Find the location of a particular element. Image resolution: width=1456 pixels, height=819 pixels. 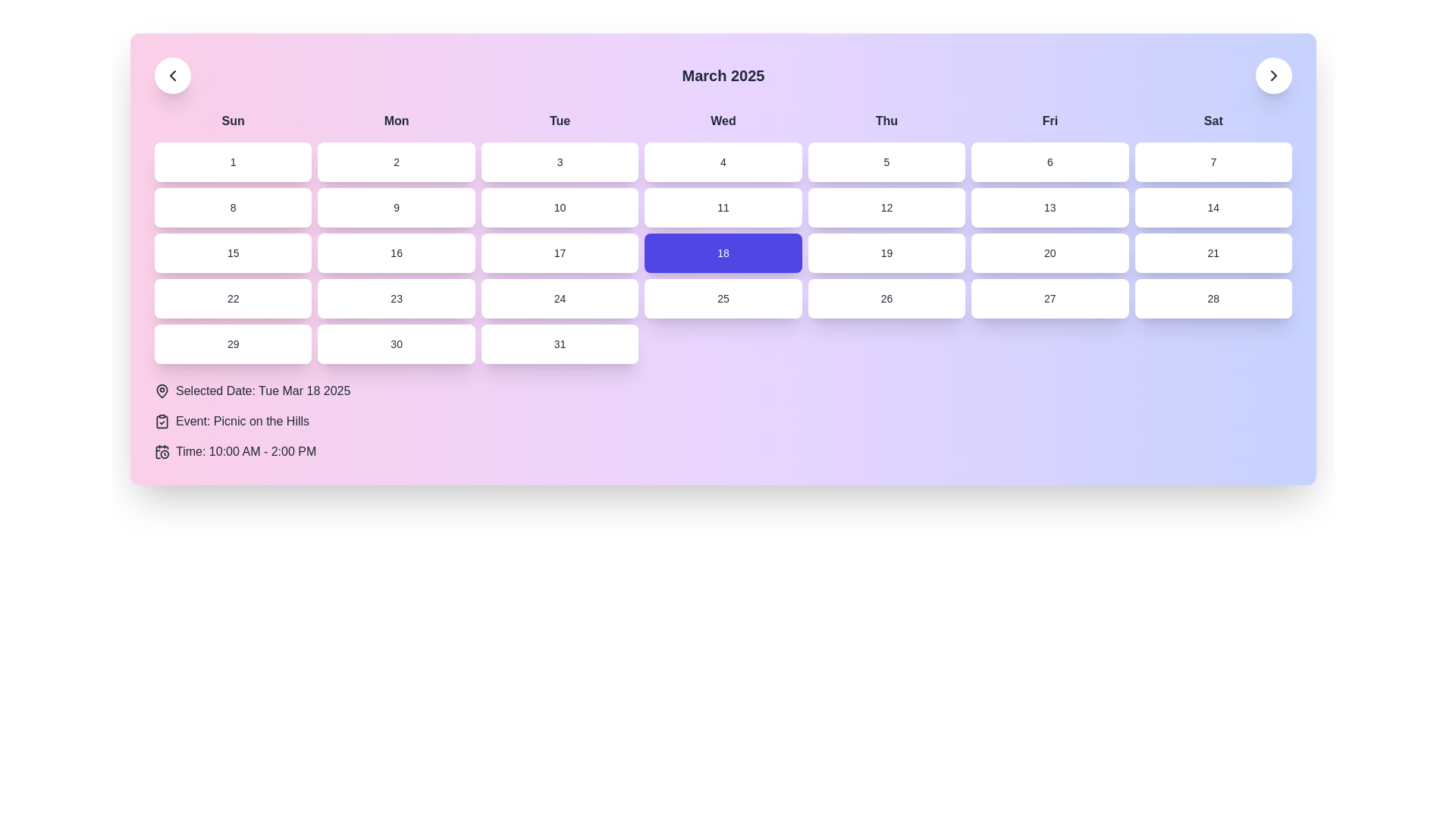

the button displaying the number '10' in the calendar view to initiate hover effects is located at coordinates (559, 207).